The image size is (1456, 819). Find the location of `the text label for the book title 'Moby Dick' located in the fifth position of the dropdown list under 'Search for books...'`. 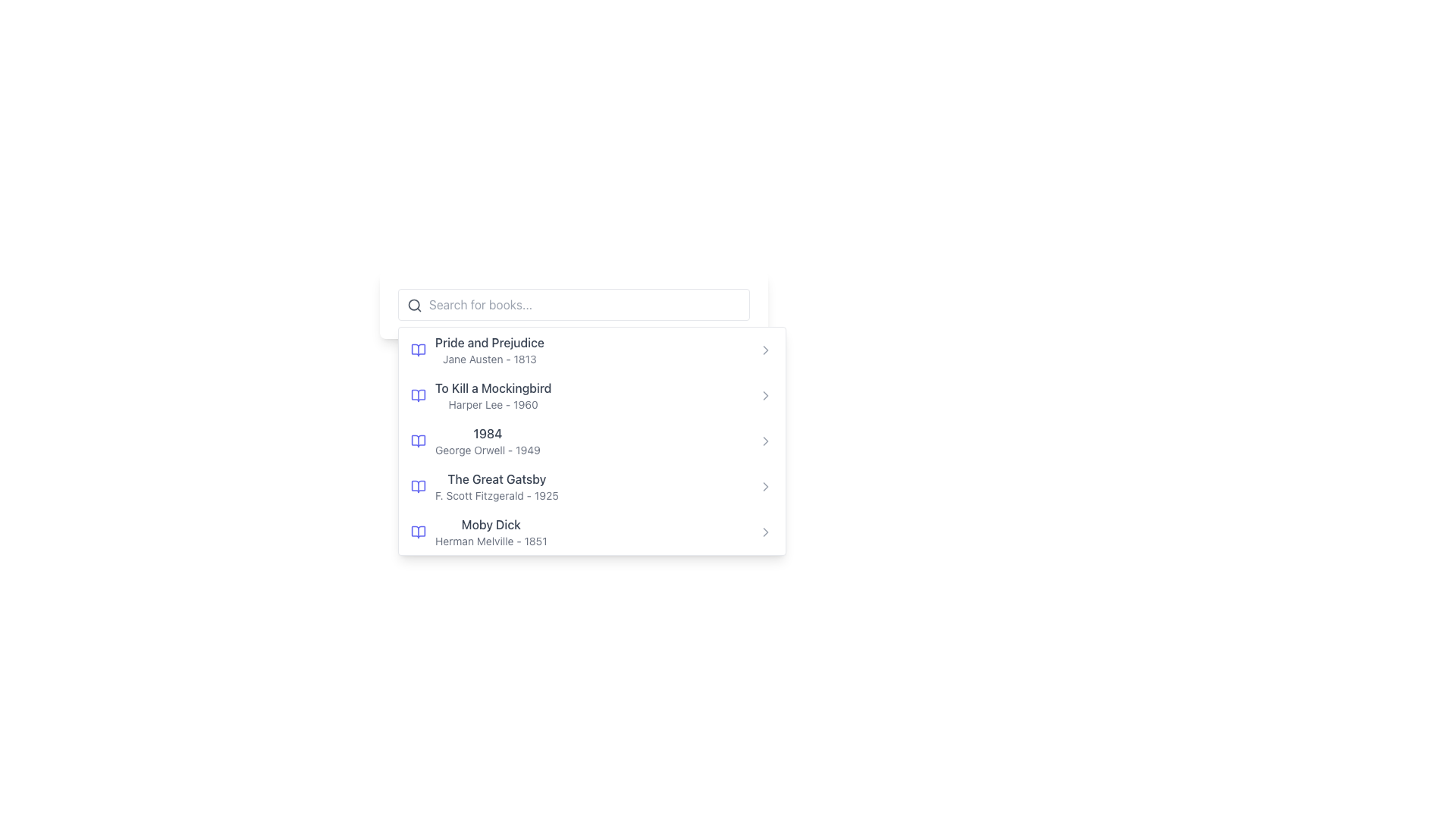

the text label for the book title 'Moby Dick' located in the fifth position of the dropdown list under 'Search for books...' is located at coordinates (491, 523).